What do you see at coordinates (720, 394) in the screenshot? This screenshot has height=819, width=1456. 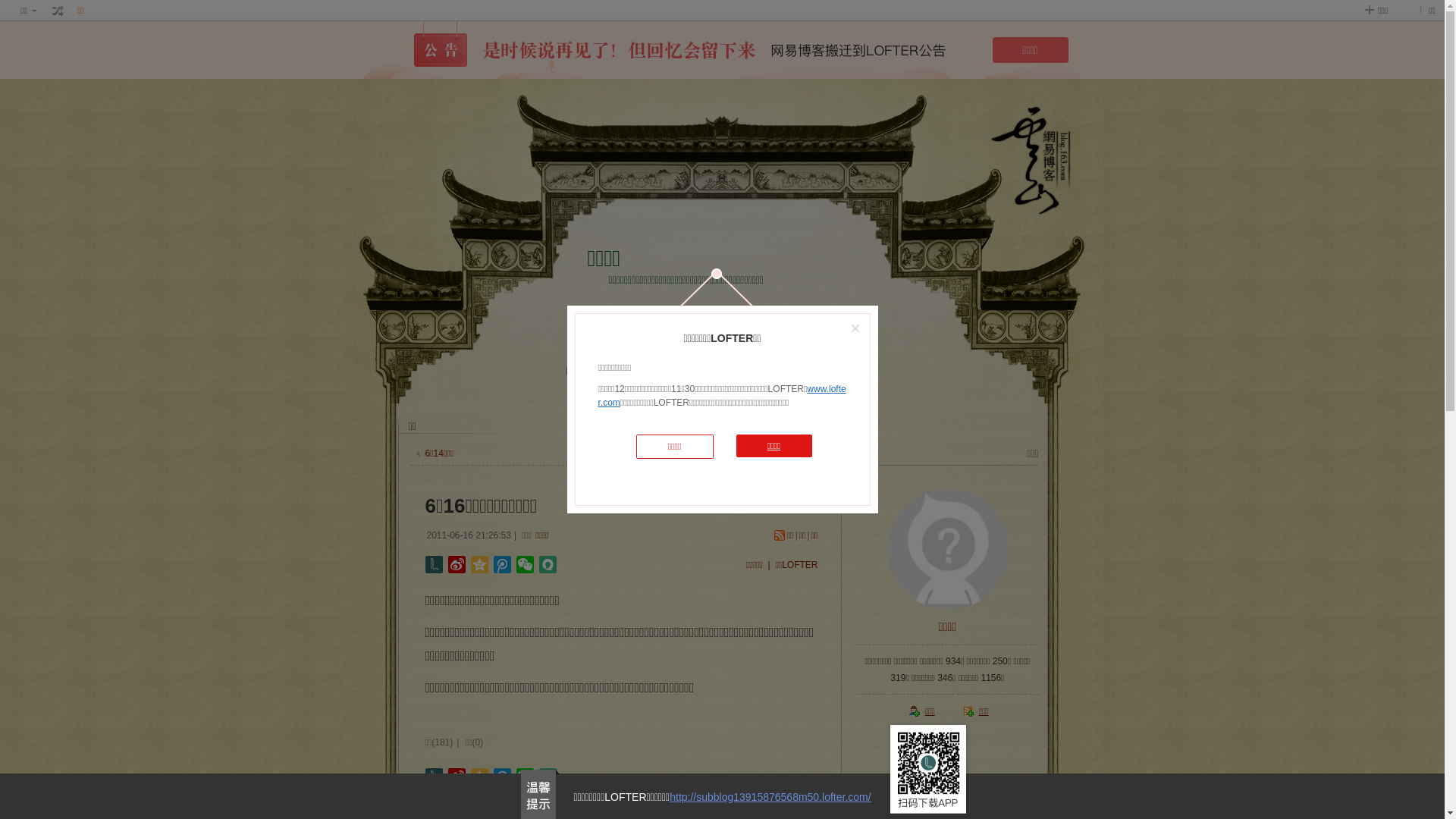 I see `'www.lofter.com'` at bounding box center [720, 394].